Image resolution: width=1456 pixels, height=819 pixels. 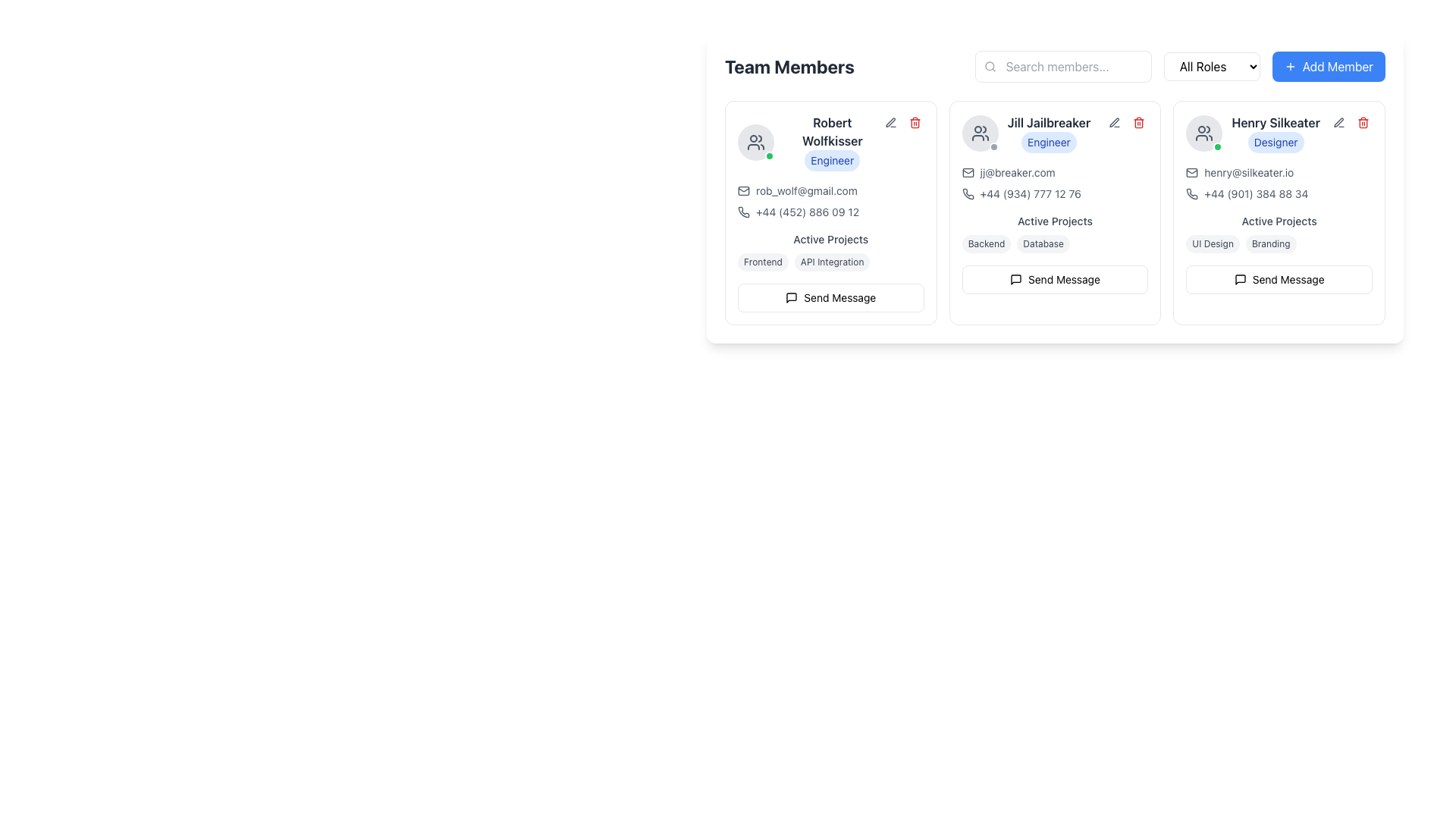 What do you see at coordinates (1339, 122) in the screenshot?
I see `the edit button, which is an icon resembling a pen located in the top-right corner of the card labeled 'Henry Silkeater'` at bounding box center [1339, 122].